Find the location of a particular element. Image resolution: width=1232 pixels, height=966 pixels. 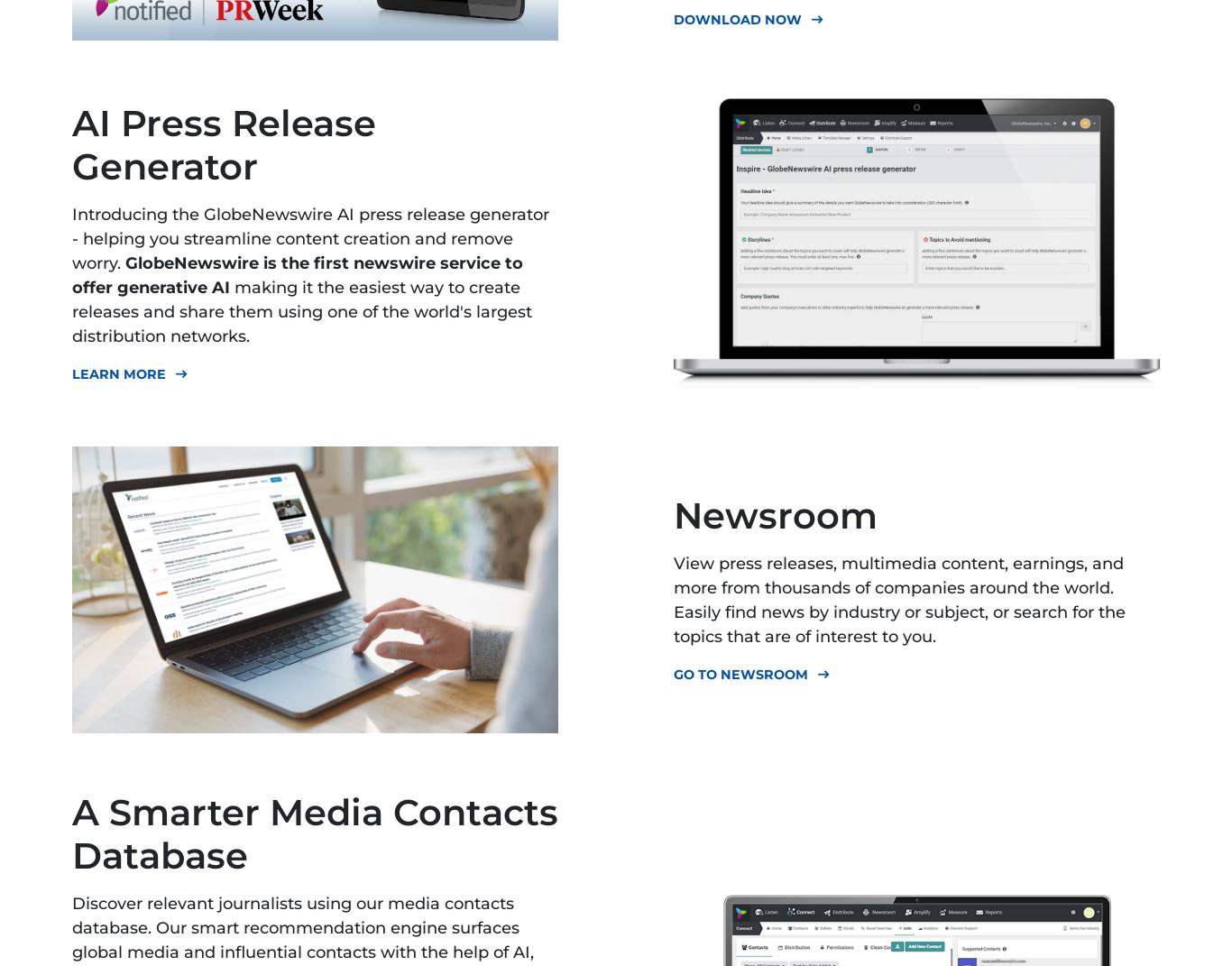

'Introducing the GlobeNewswire AI press release generator - helping you streamline content creation and remove worry.' is located at coordinates (309, 238).